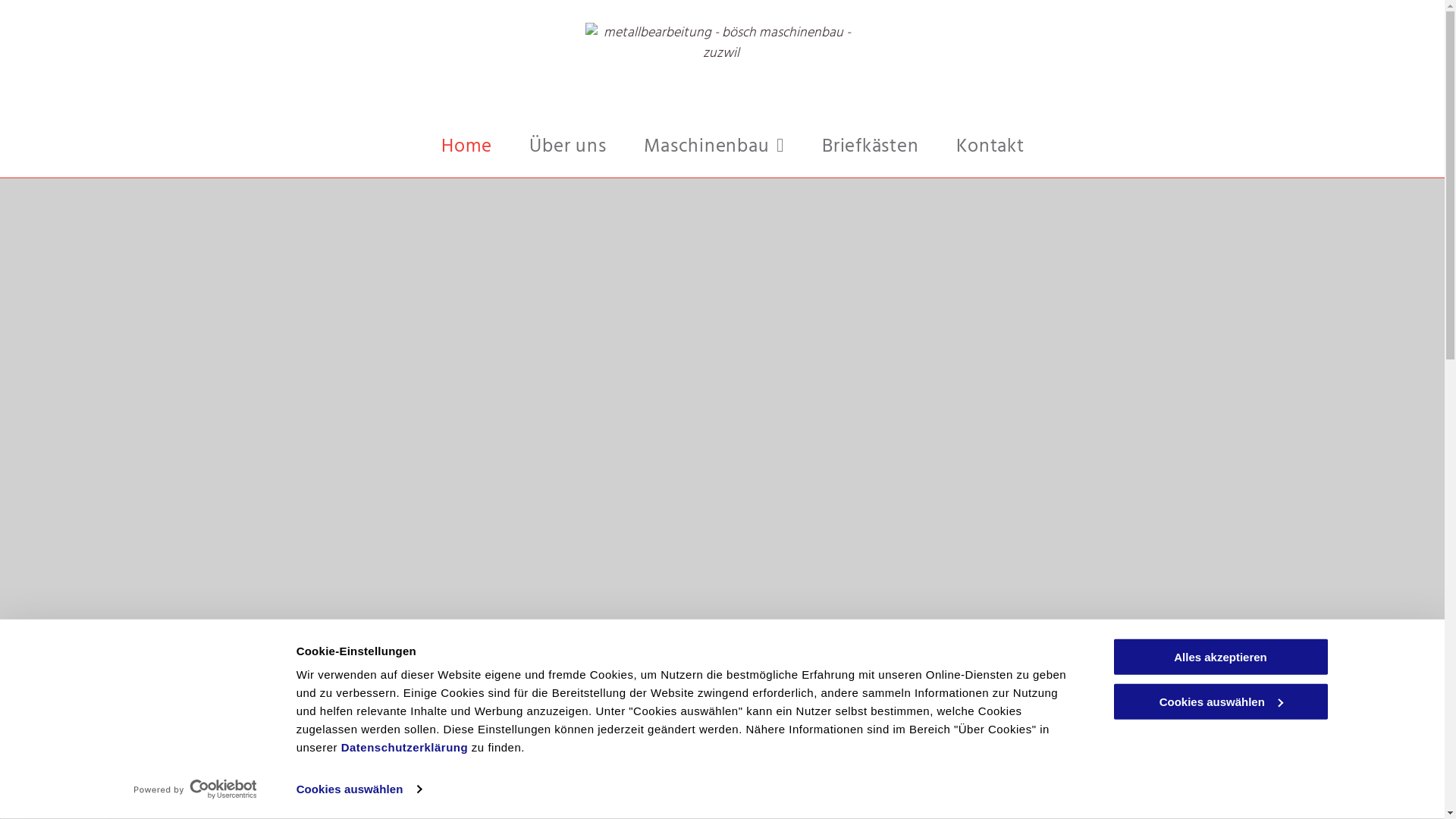 The width and height of the screenshot is (1456, 819). Describe the element at coordinates (713, 148) in the screenshot. I see `'Maschinenbau'` at that location.